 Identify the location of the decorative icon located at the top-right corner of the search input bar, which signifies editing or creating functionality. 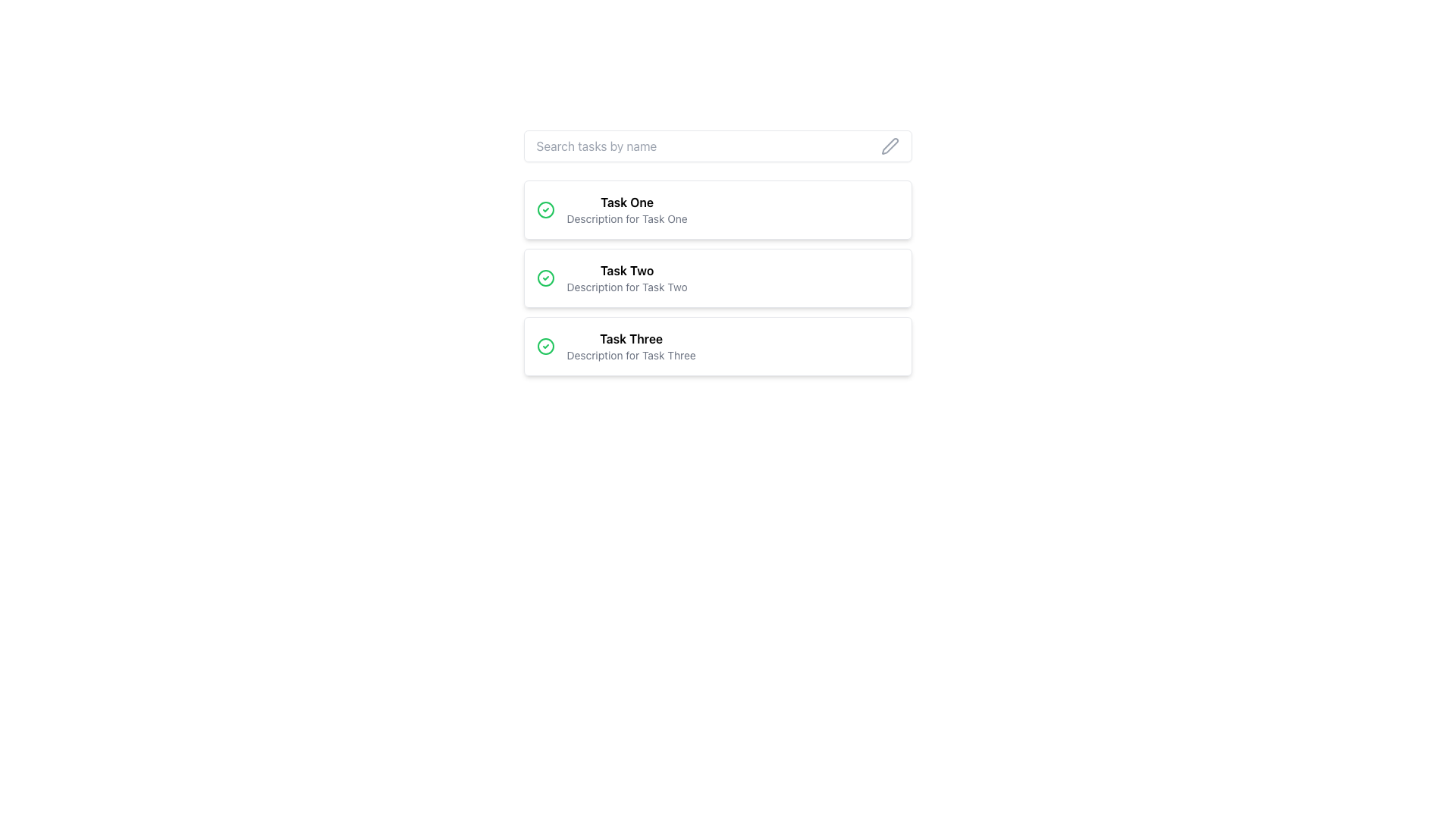
(890, 146).